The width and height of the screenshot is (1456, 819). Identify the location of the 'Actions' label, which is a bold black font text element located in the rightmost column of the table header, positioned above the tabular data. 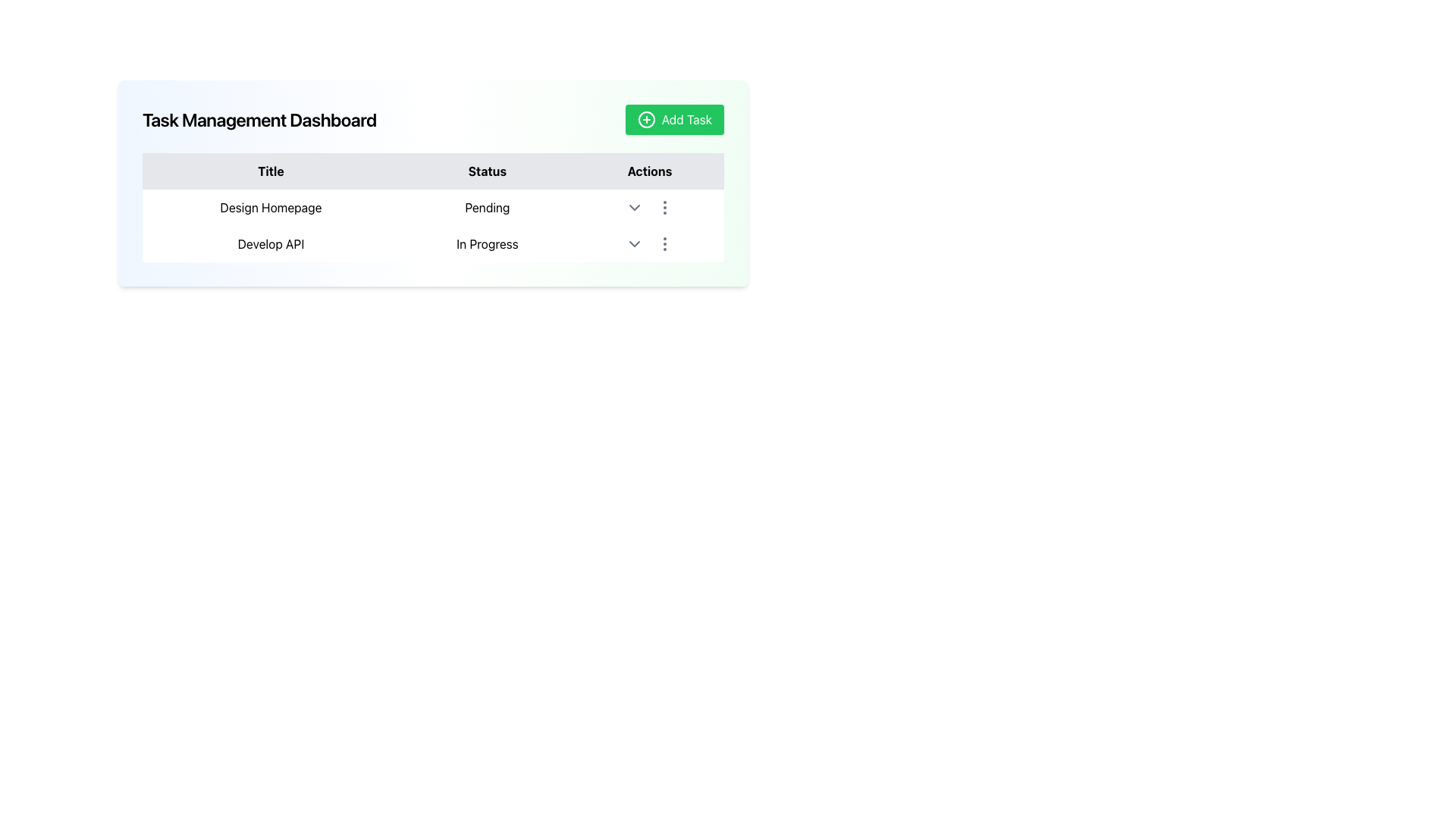
(649, 171).